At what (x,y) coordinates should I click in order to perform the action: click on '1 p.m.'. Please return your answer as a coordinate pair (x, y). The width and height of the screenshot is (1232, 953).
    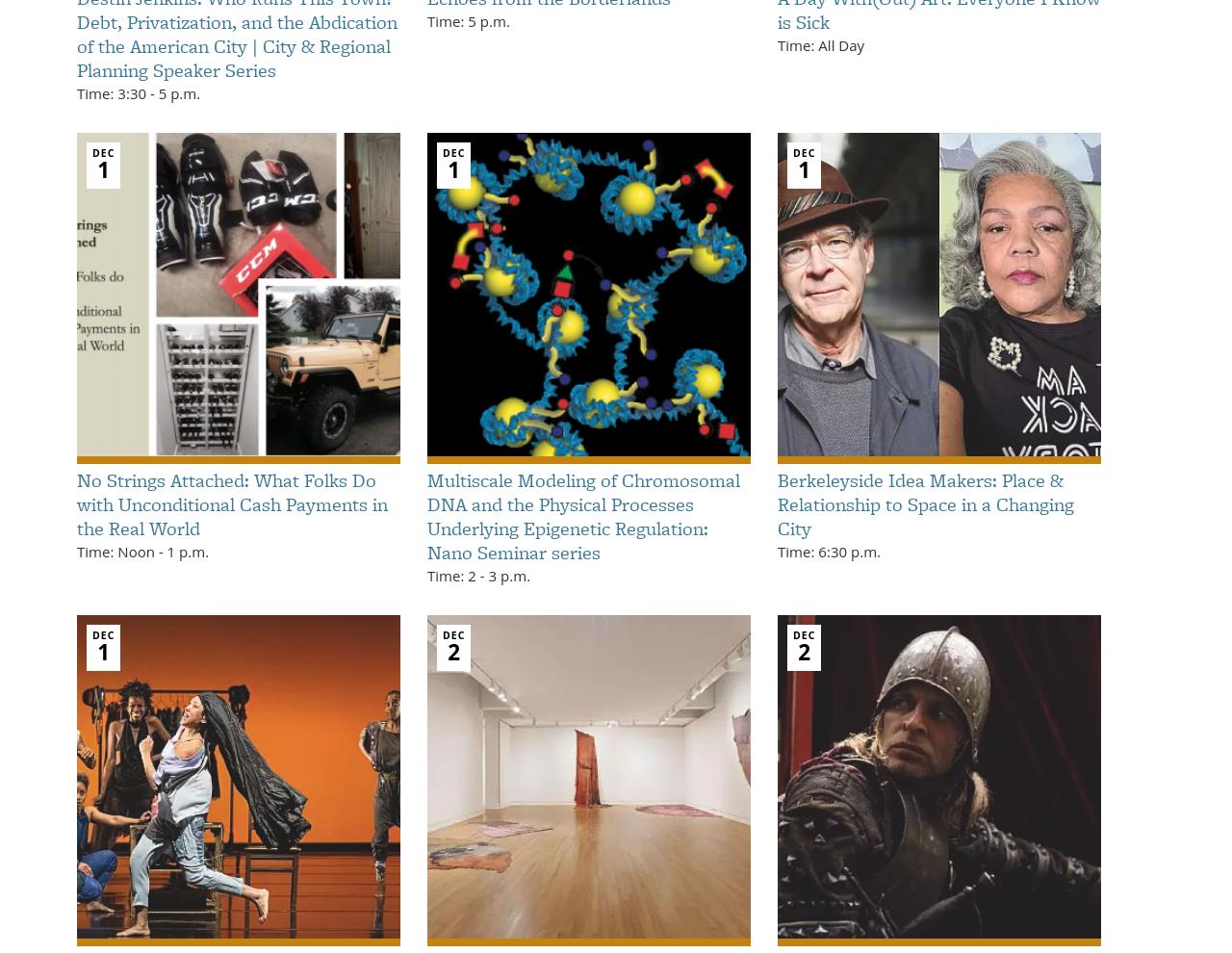
    Looking at the image, I should click on (186, 551).